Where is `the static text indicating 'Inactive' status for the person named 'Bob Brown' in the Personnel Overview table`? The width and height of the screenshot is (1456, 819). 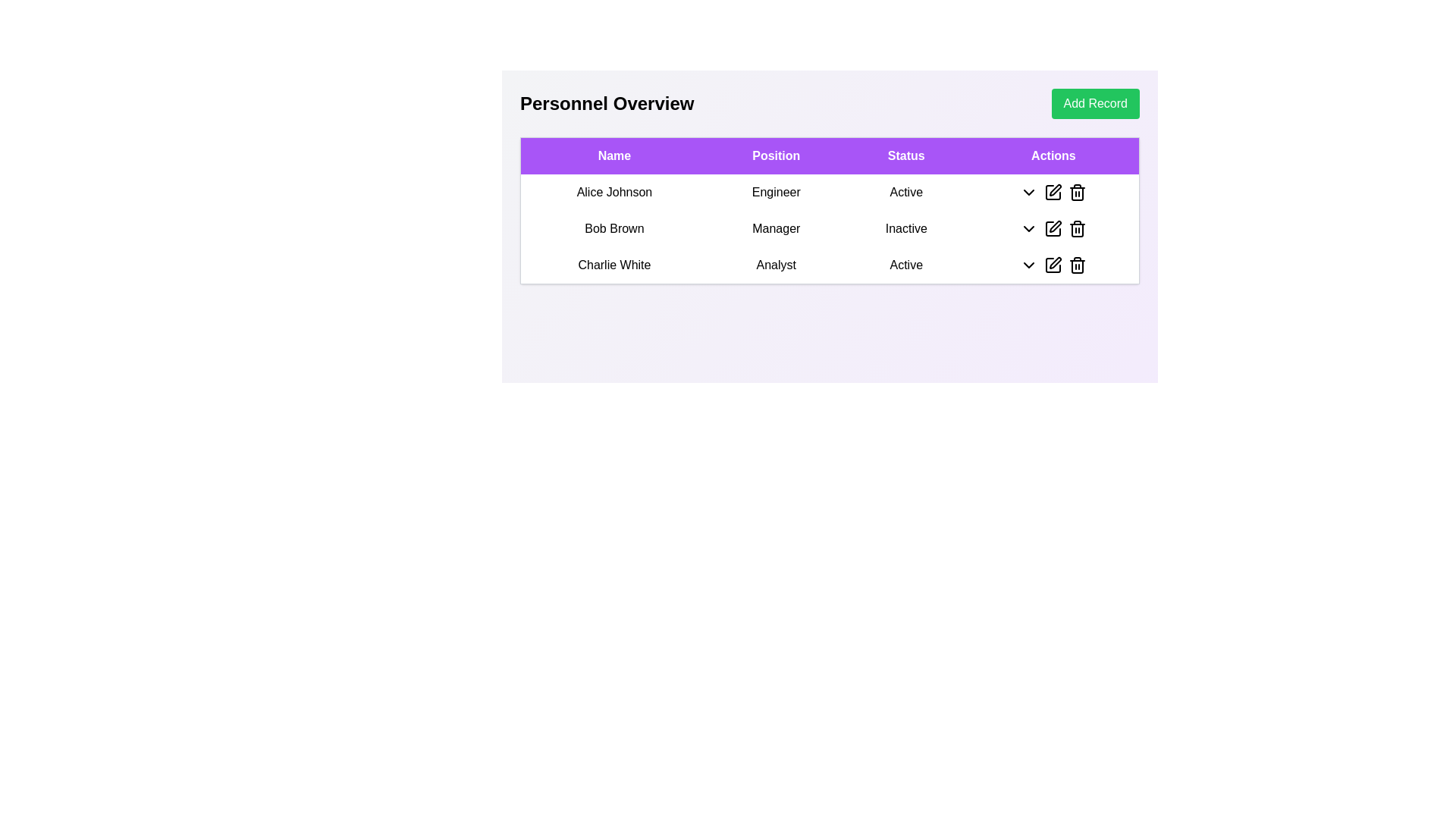 the static text indicating 'Inactive' status for the person named 'Bob Brown' in the Personnel Overview table is located at coordinates (906, 228).